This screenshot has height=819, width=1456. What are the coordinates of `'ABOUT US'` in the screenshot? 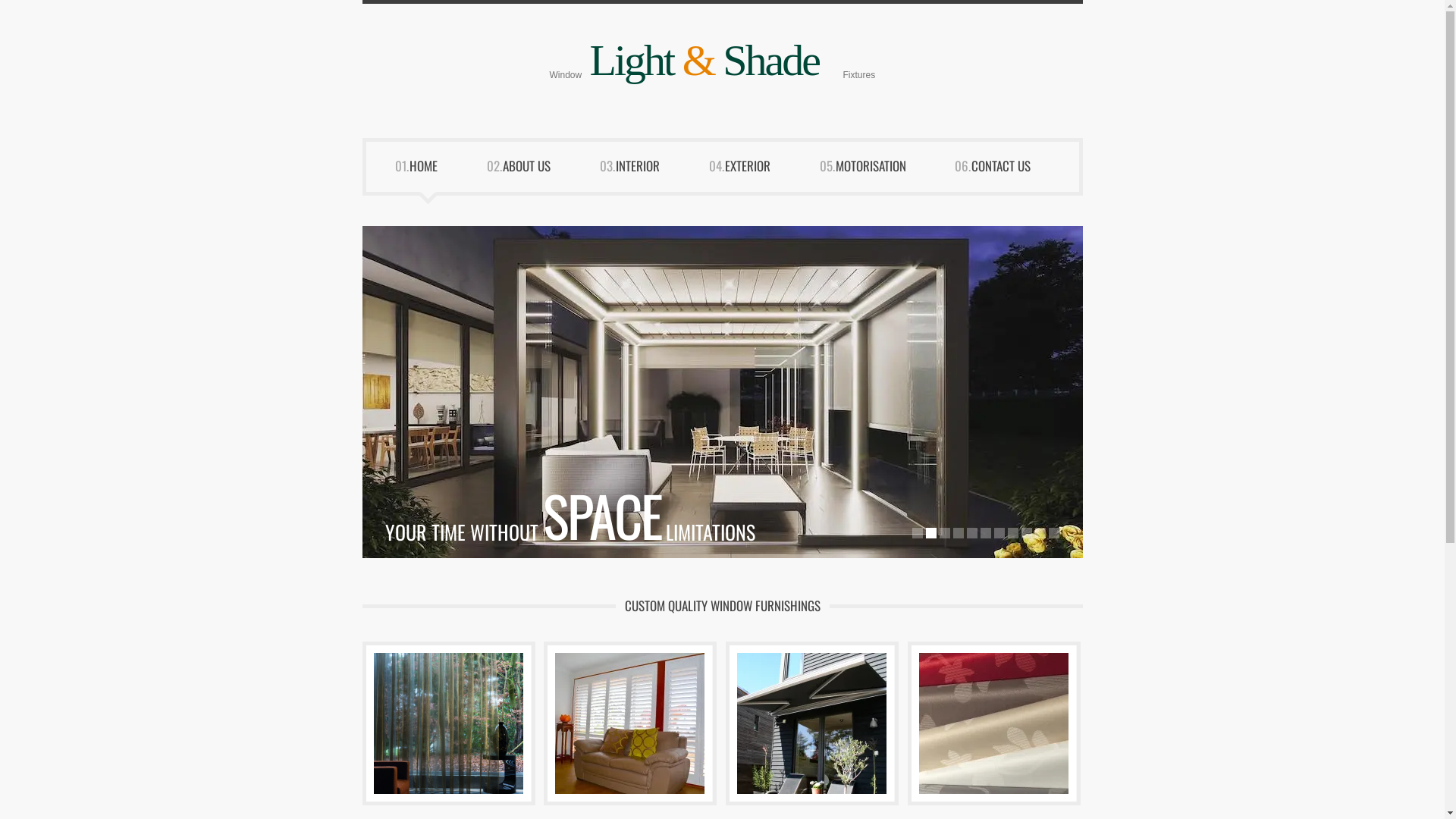 It's located at (537, 171).